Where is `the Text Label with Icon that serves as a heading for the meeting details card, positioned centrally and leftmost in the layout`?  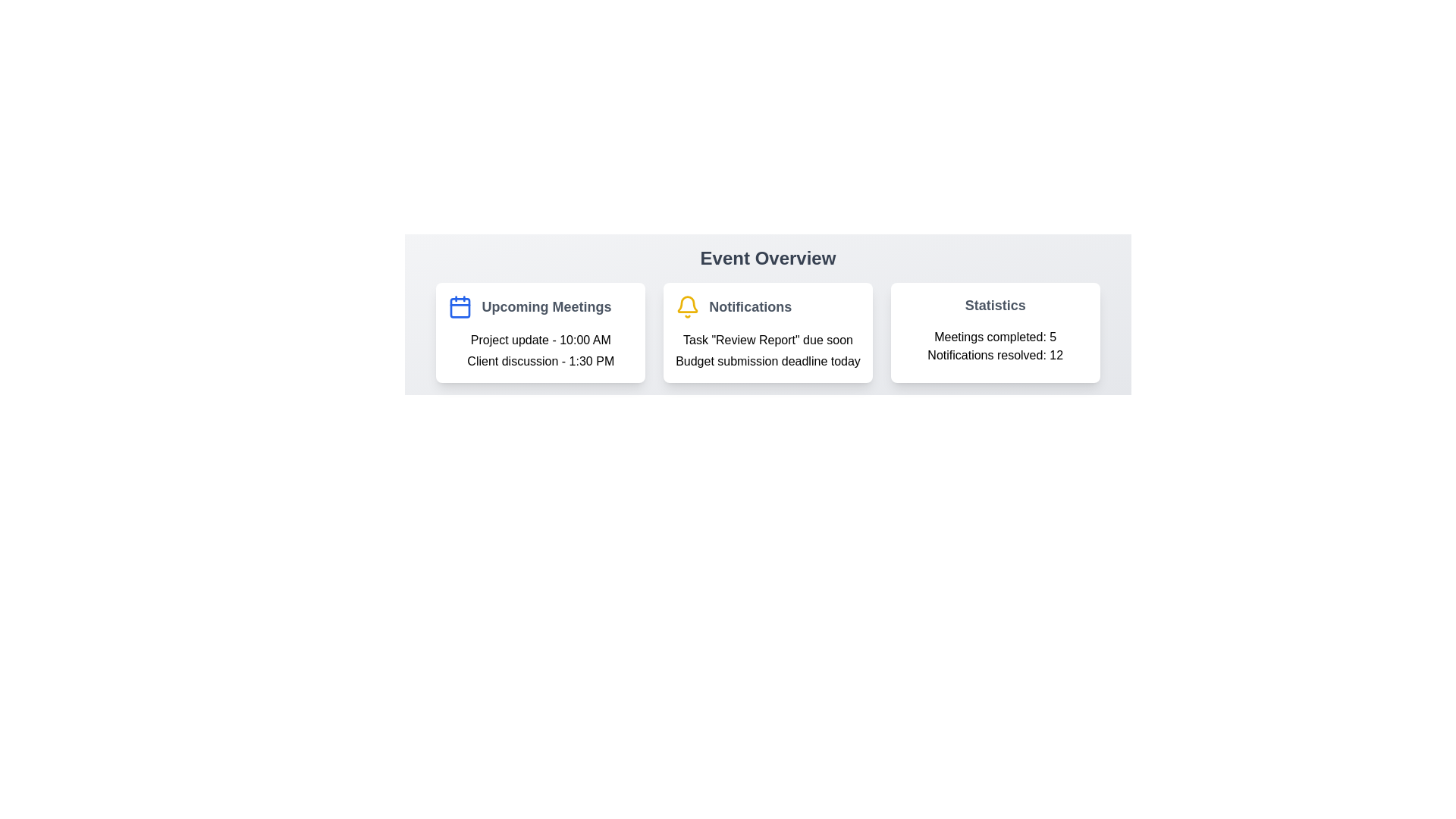 the Text Label with Icon that serves as a heading for the meeting details card, positioned centrally and leftmost in the layout is located at coordinates (541, 307).